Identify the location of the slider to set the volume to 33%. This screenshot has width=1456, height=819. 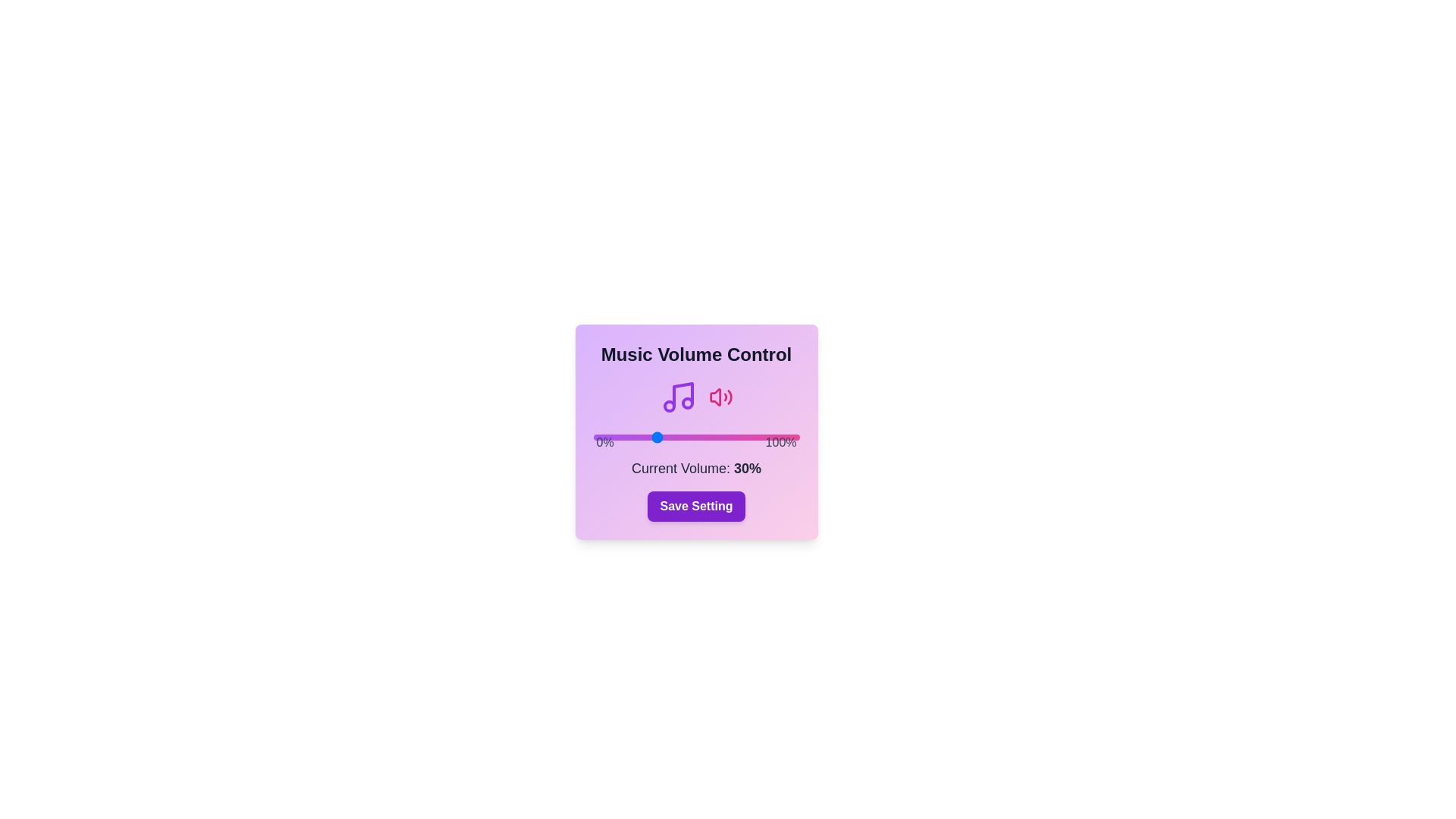
(661, 438).